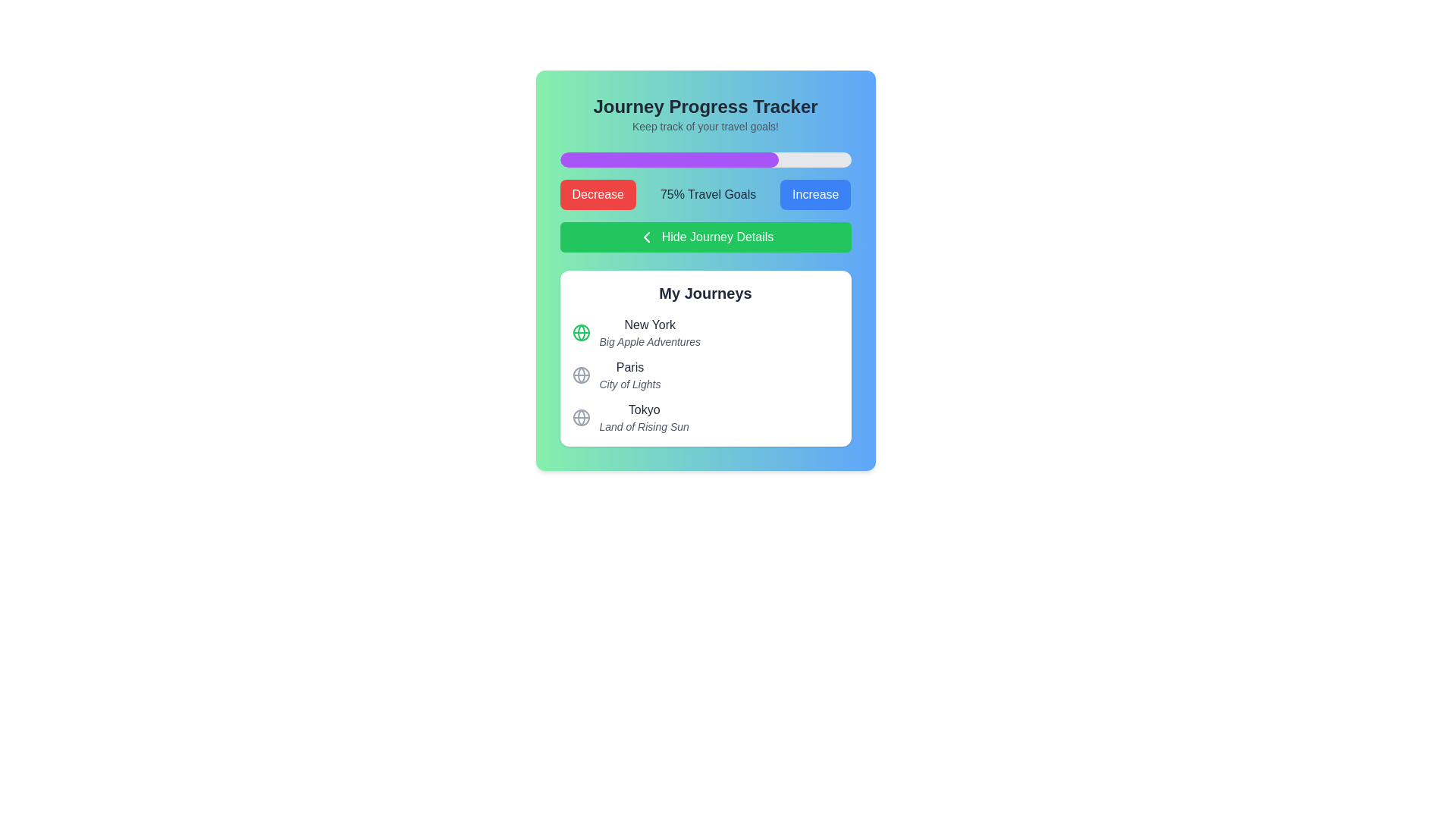 The image size is (1456, 819). I want to click on the 'My Journeys' header text label, which is prominently displayed in bold at the top of the white rounded rectangle area containing city entries, so click(704, 293).